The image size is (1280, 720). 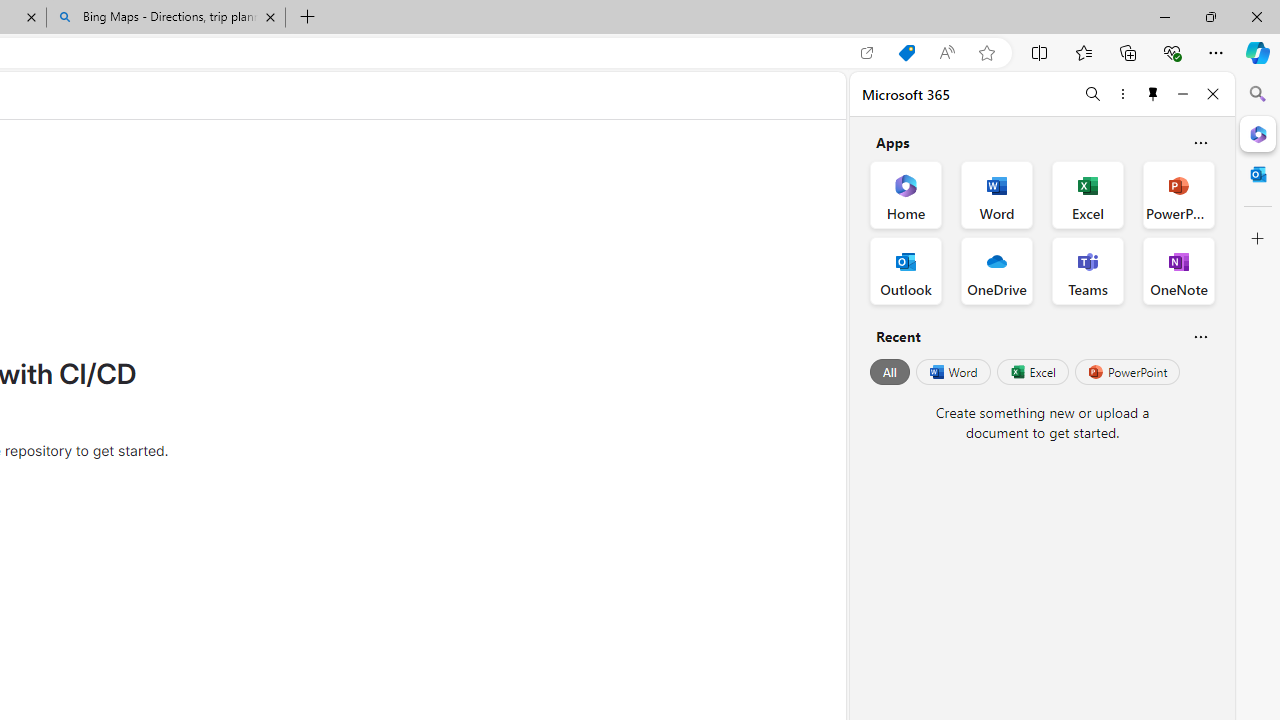 What do you see at coordinates (1127, 372) in the screenshot?
I see `'PowerPoint'` at bounding box center [1127, 372].